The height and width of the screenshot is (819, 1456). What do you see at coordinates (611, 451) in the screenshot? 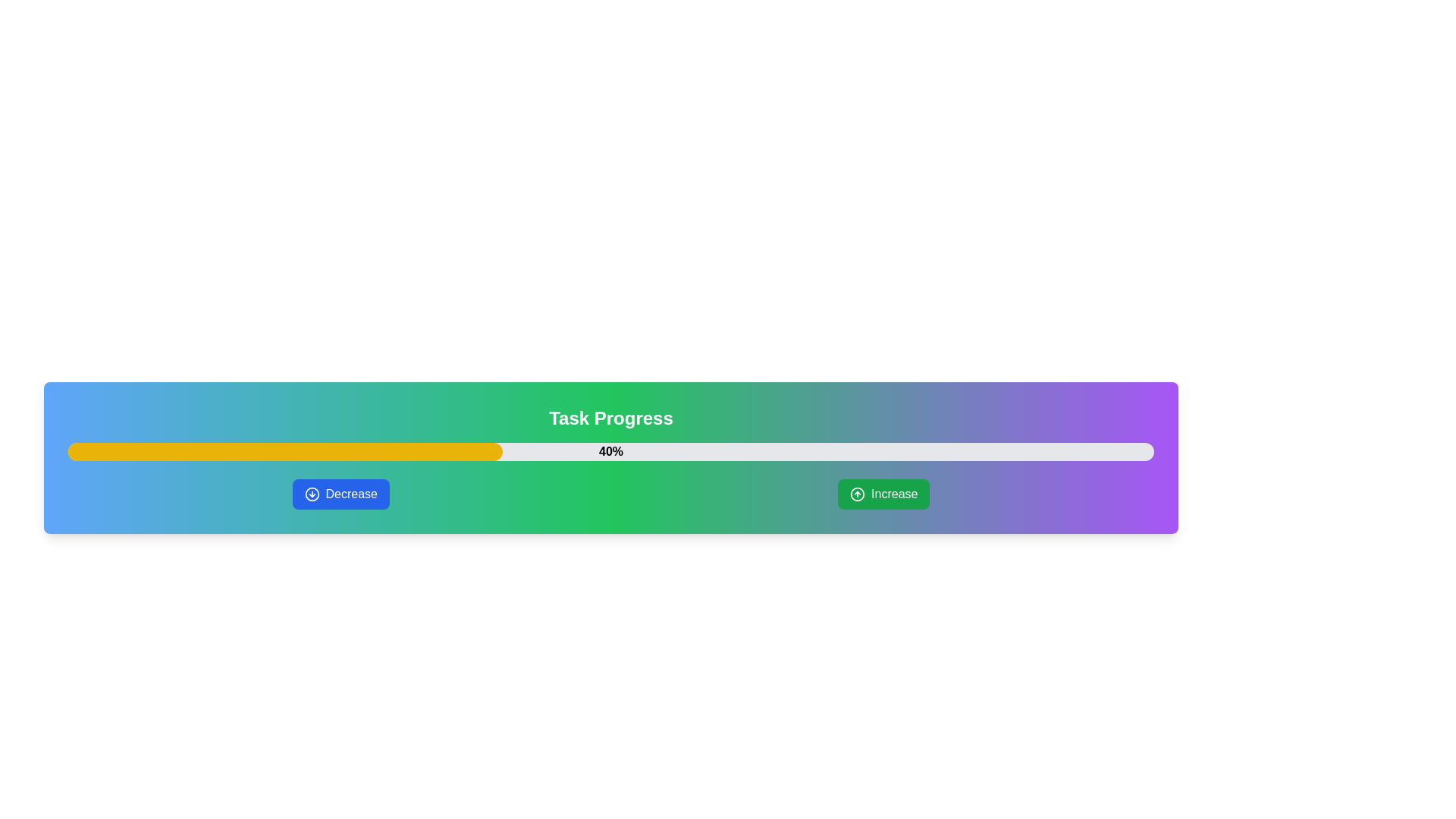
I see `the progress bar that visually indicates 40% completion, located centrally within a colorful card interface, below the 'Task Progress' title and above the 'Decrease' and 'Increase' buttons` at bounding box center [611, 451].